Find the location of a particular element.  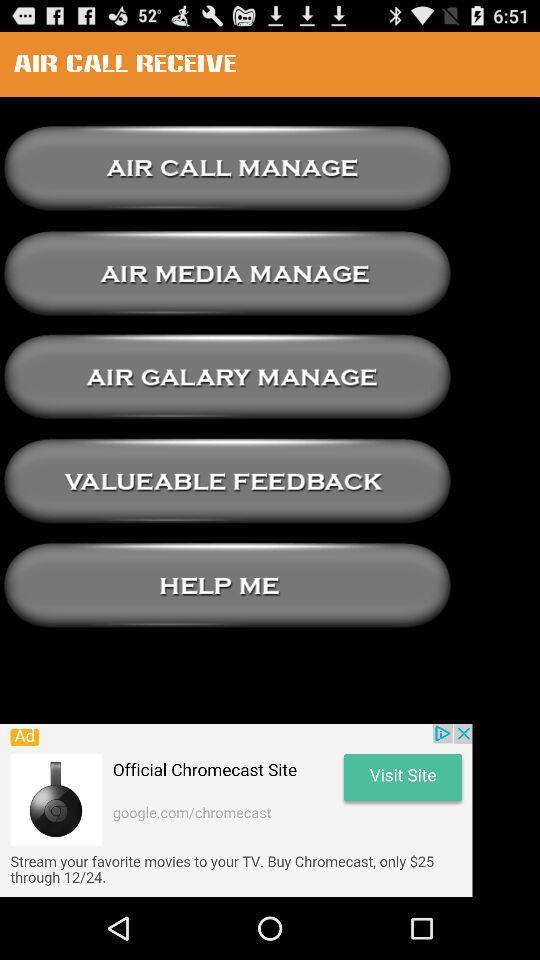

a select option is located at coordinates (226, 376).